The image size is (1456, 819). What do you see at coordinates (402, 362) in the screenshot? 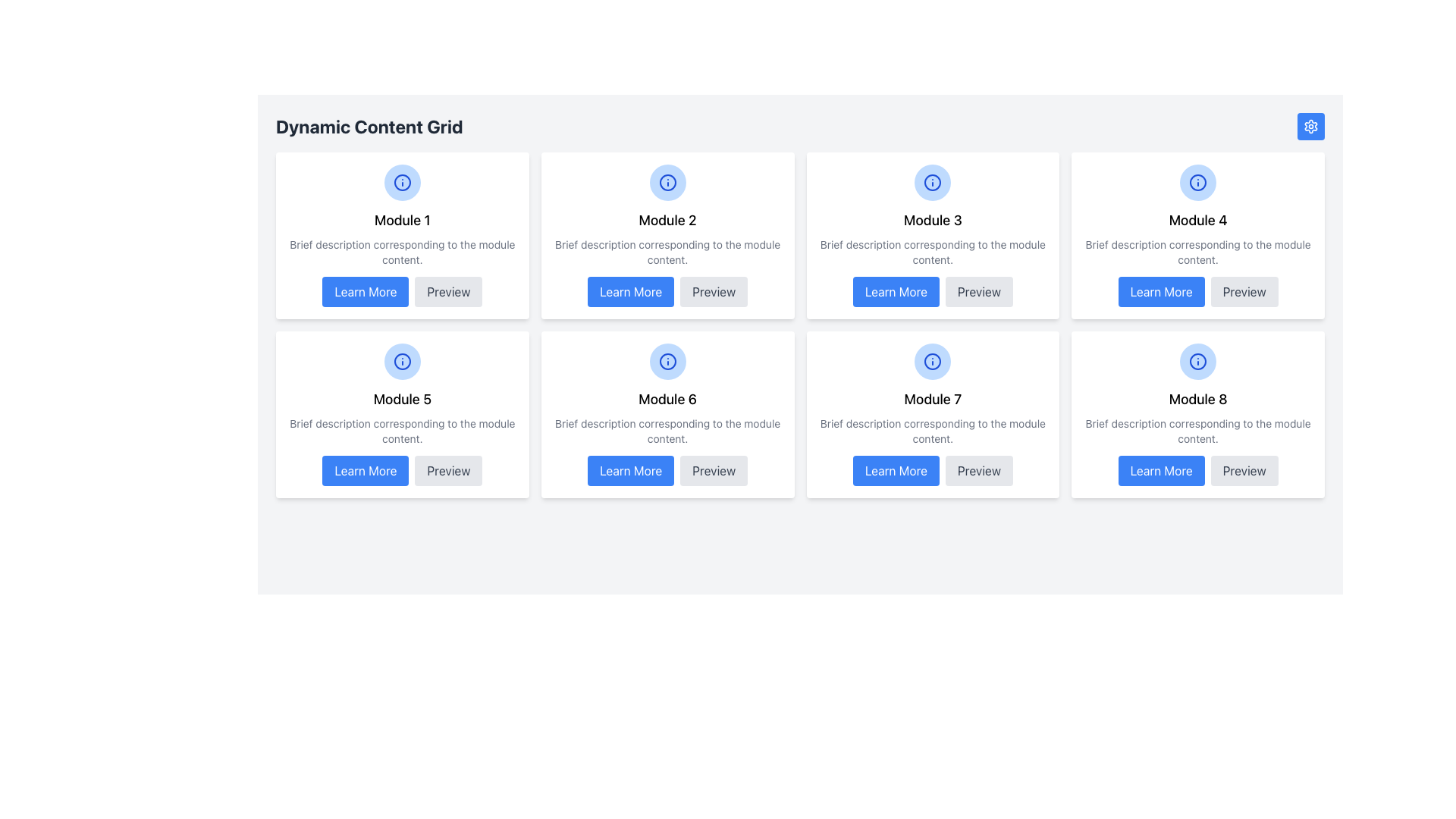
I see `the circular information icon with a blue outline and 'i' symbol located in the top-left segment of the 'Module 5' card` at bounding box center [402, 362].